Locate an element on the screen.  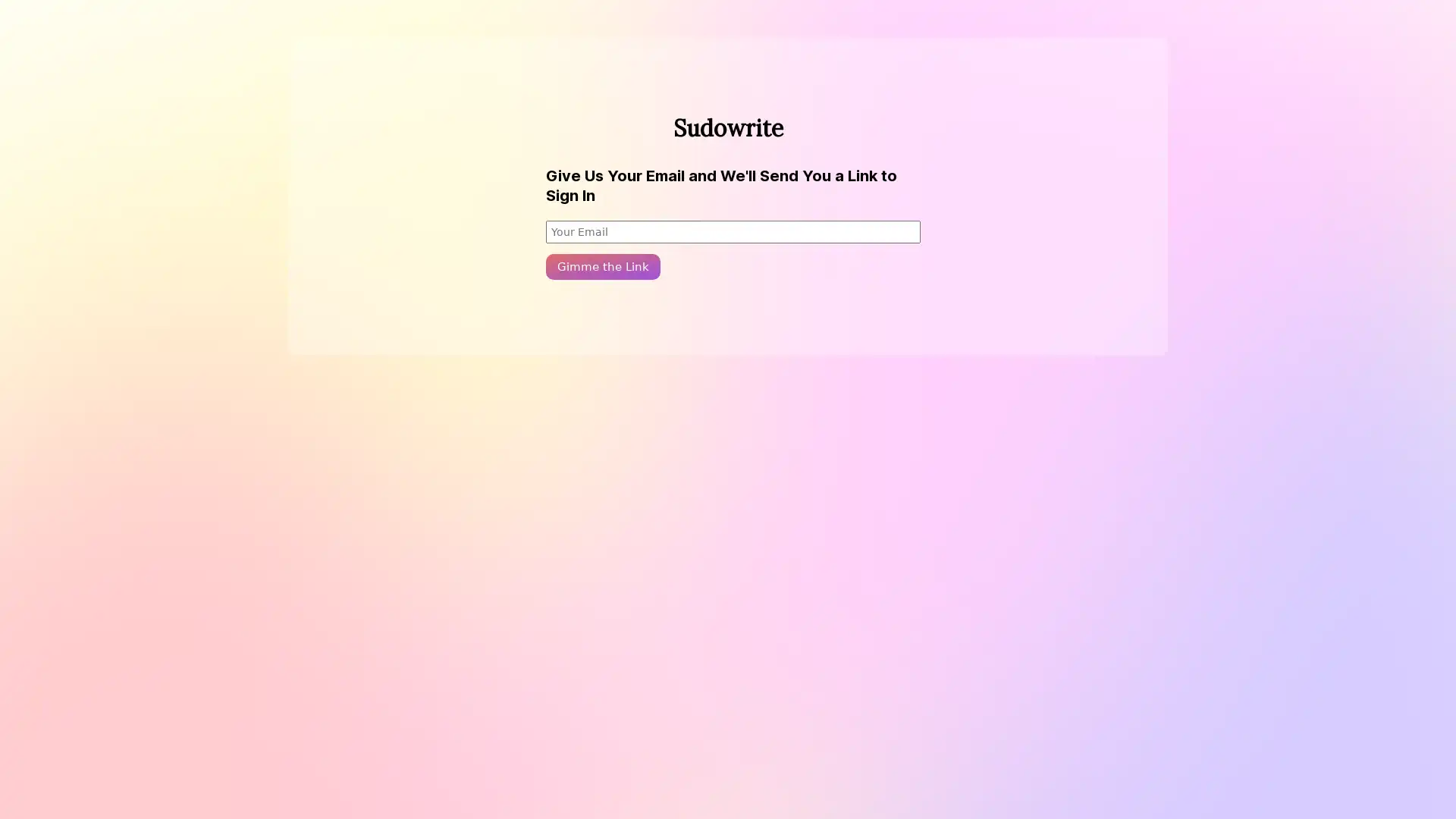
Gimme the Link is located at coordinates (602, 265).